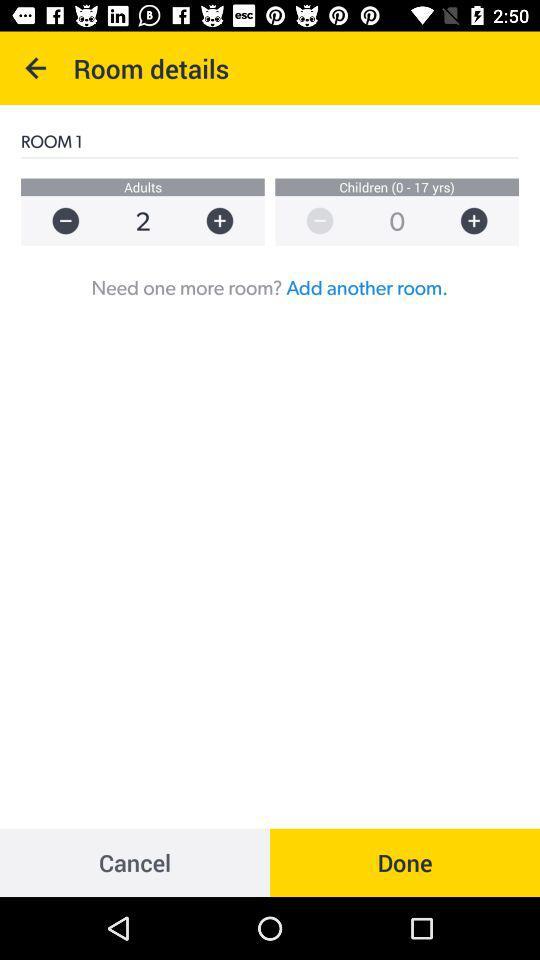  Describe the element at coordinates (36, 68) in the screenshot. I see `the item to the left of the room details icon` at that location.